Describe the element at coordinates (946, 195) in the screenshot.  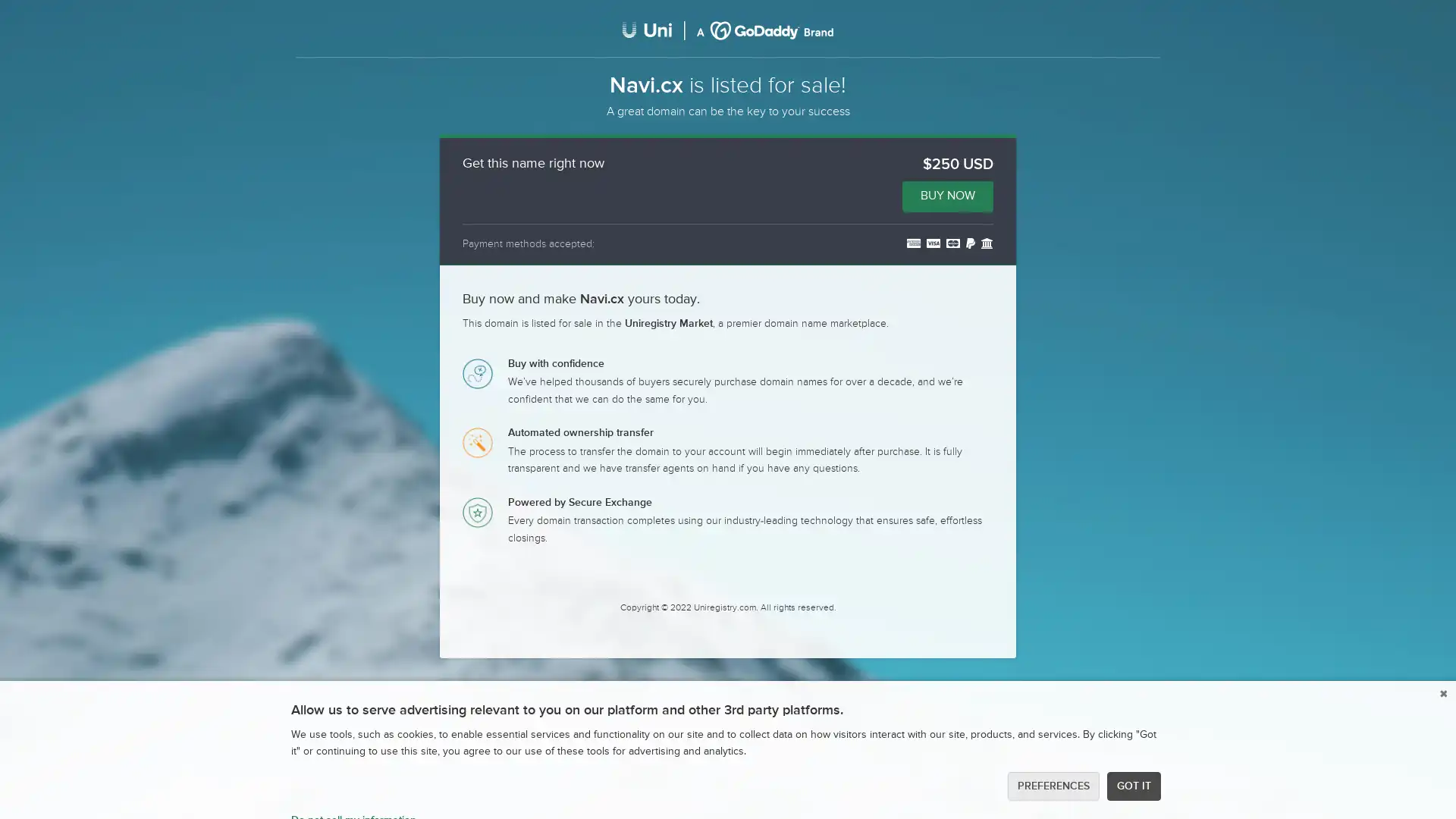
I see `BUY NOW` at that location.